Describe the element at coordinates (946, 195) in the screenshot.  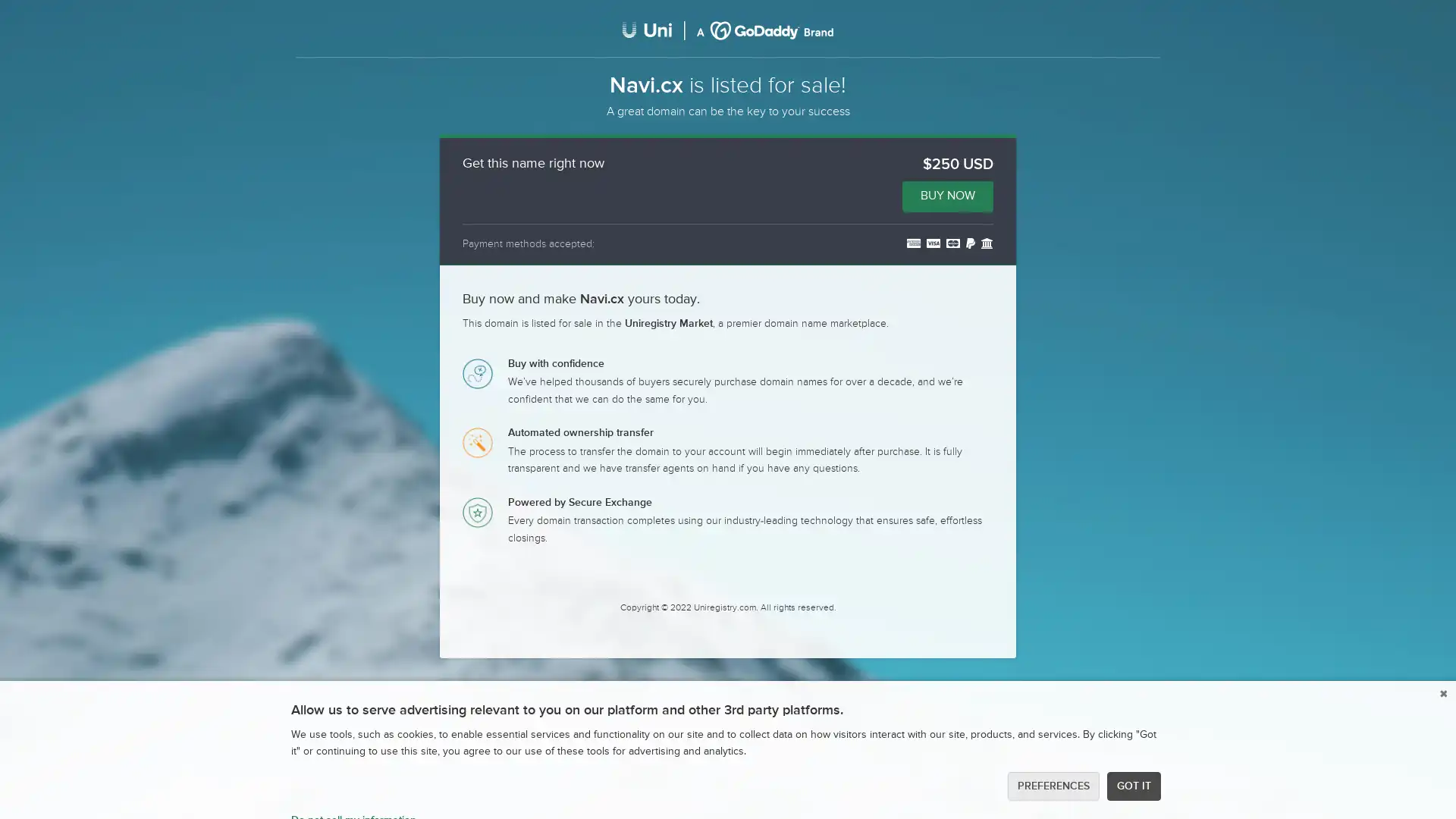
I see `BUY NOW` at that location.